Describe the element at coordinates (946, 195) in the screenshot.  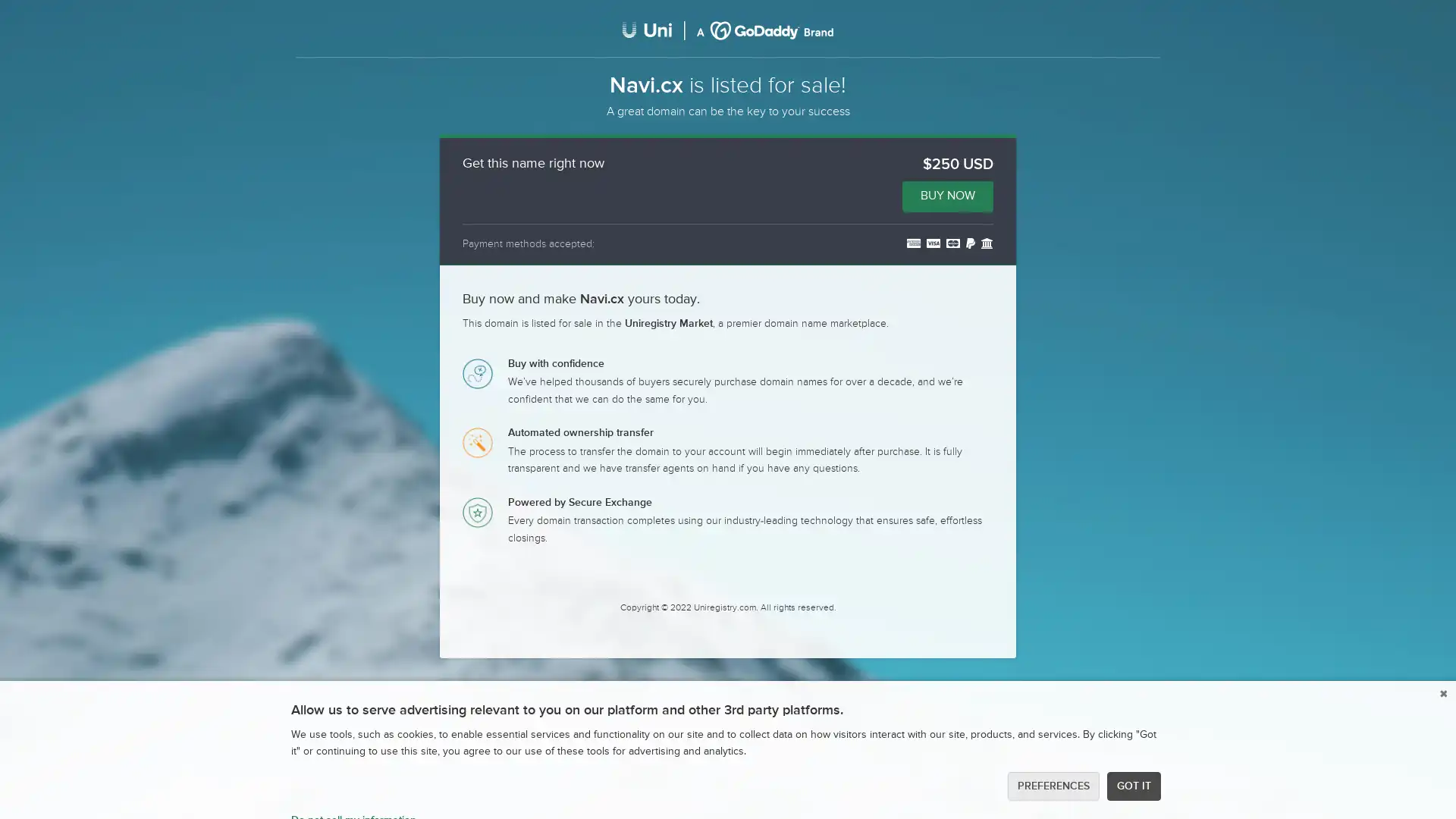
I see `BUY NOW` at that location.